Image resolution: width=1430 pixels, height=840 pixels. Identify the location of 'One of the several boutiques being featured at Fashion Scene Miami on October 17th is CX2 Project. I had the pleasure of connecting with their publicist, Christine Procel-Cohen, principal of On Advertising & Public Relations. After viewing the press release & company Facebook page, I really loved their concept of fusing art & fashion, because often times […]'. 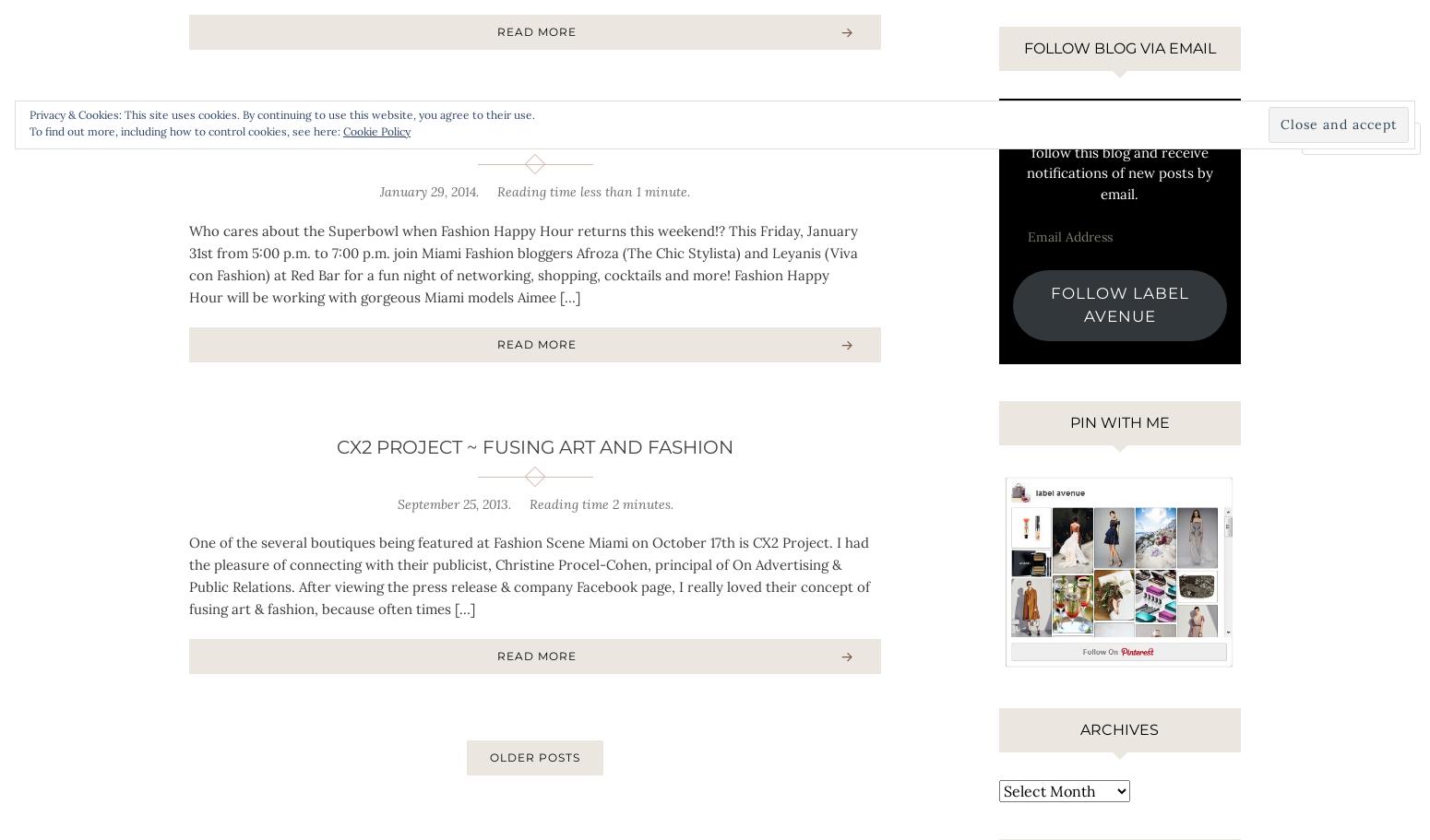
(529, 574).